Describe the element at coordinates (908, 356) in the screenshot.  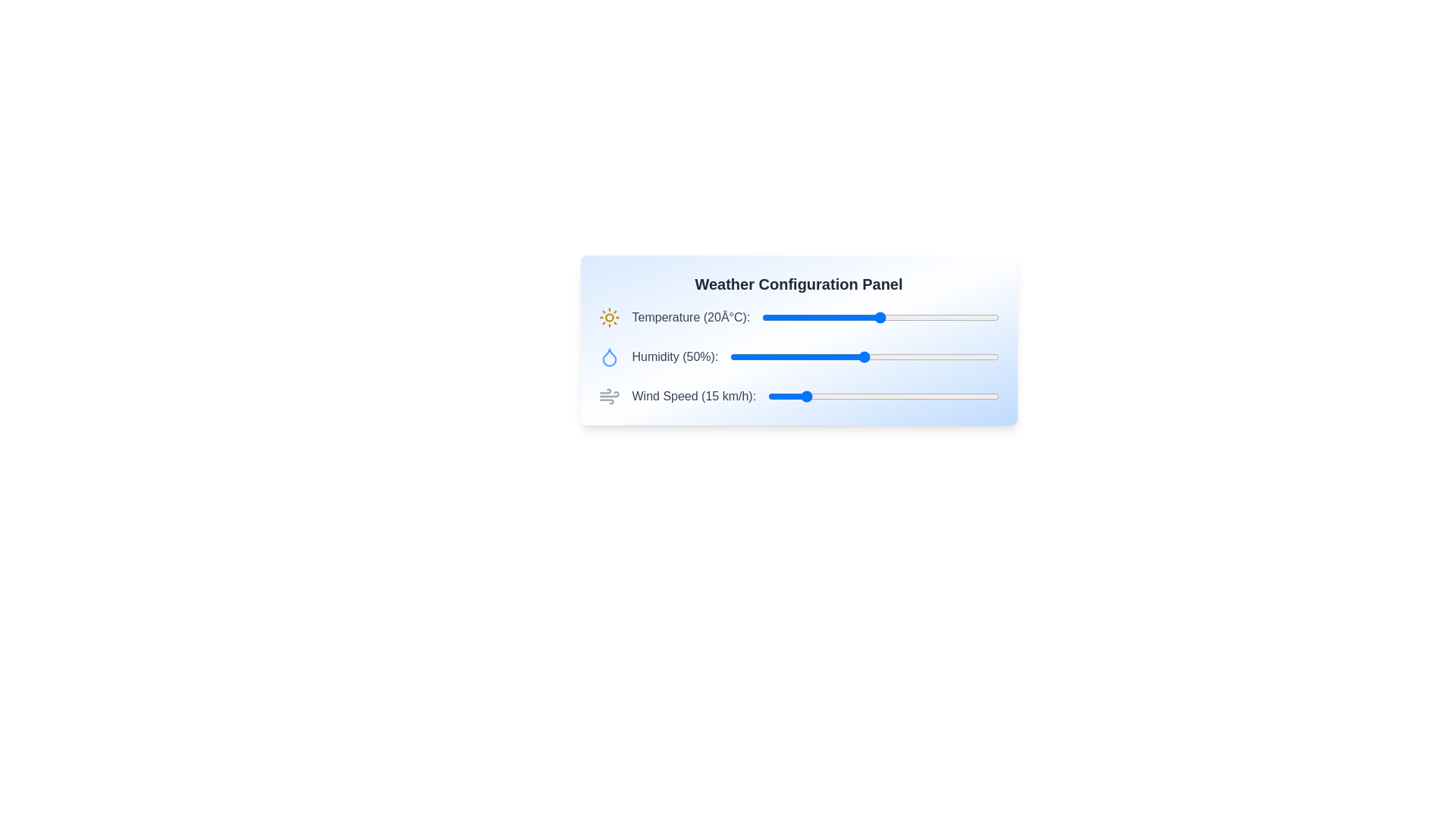
I see `the humidity slider to 66%` at that location.